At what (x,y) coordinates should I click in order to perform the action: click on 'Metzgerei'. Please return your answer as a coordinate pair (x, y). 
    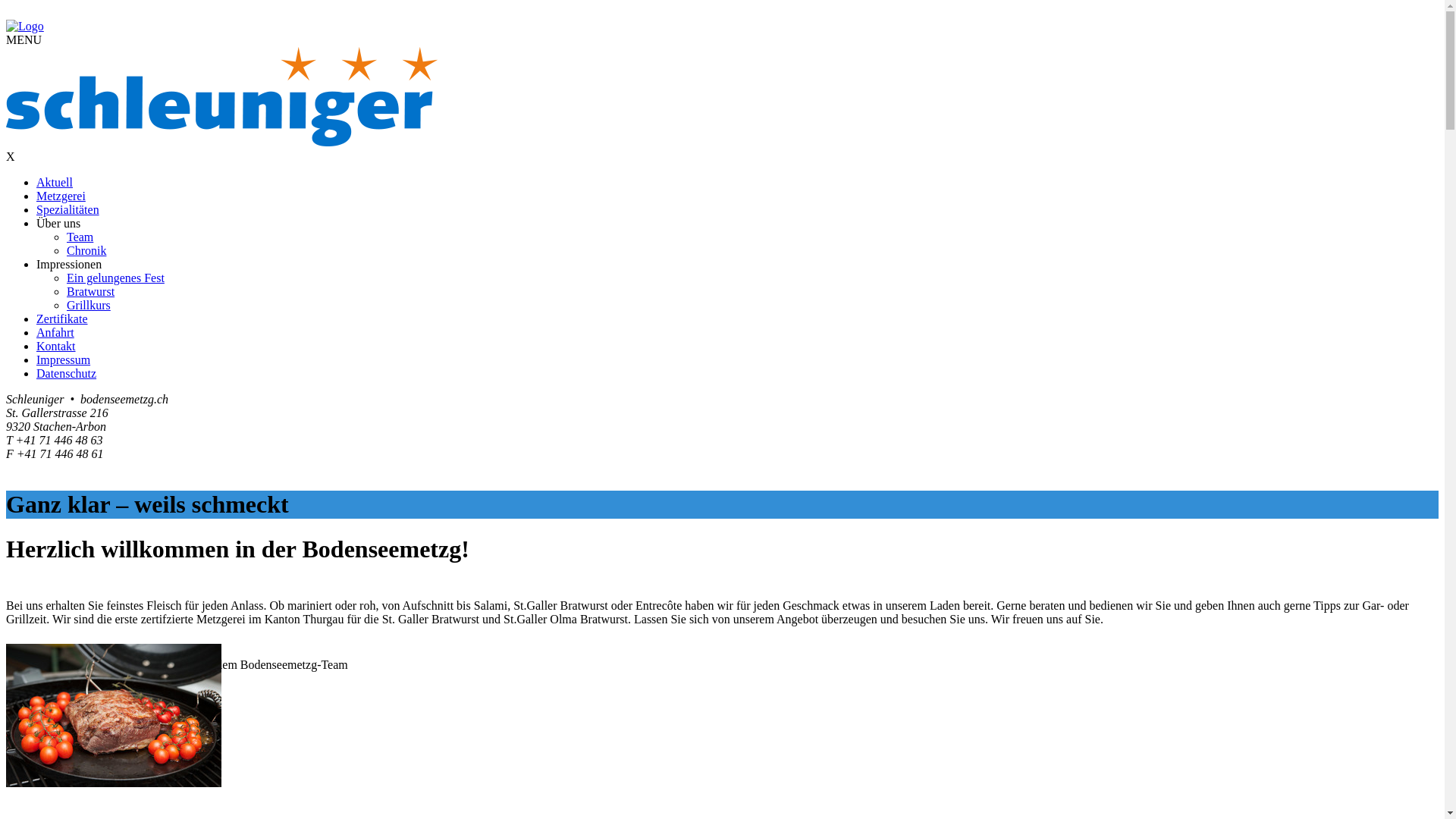
    Looking at the image, I should click on (61, 195).